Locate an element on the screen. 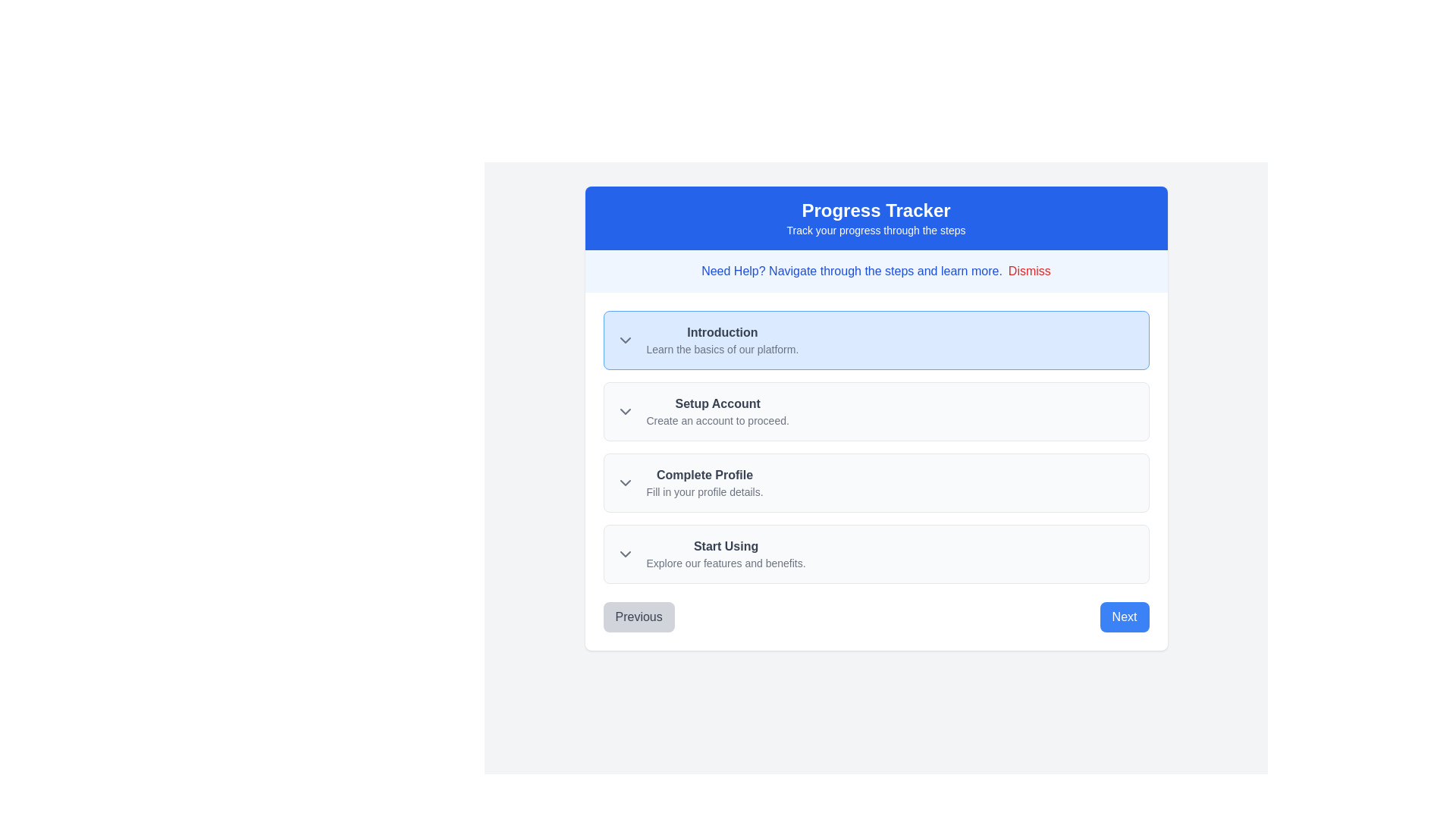  the downward-pointing chevron arrow icon, which is gray and located to the left of the text 'Introduction' in the progress tracker interface is located at coordinates (625, 339).